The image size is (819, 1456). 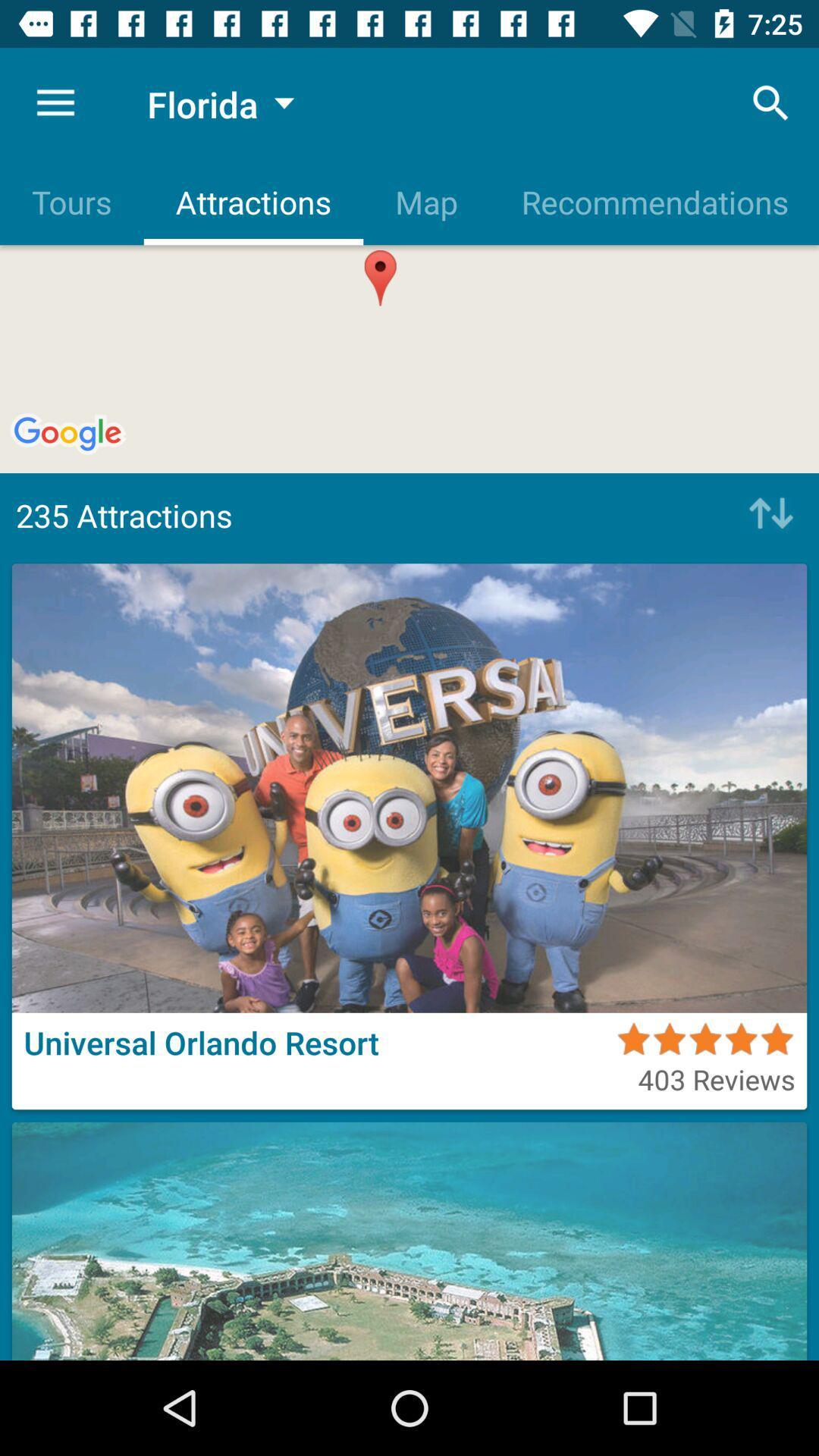 I want to click on the tours app, so click(x=71, y=201).